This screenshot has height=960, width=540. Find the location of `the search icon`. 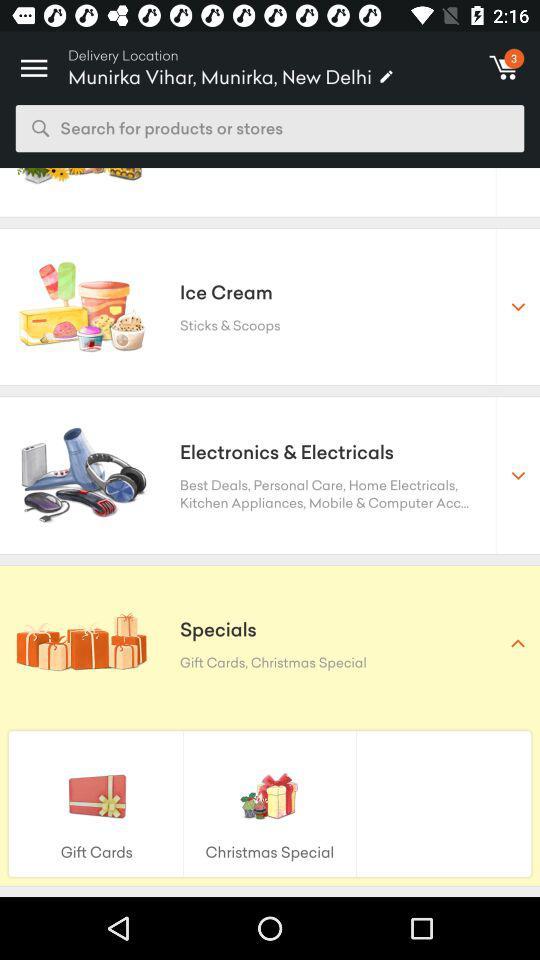

the search icon is located at coordinates (40, 127).